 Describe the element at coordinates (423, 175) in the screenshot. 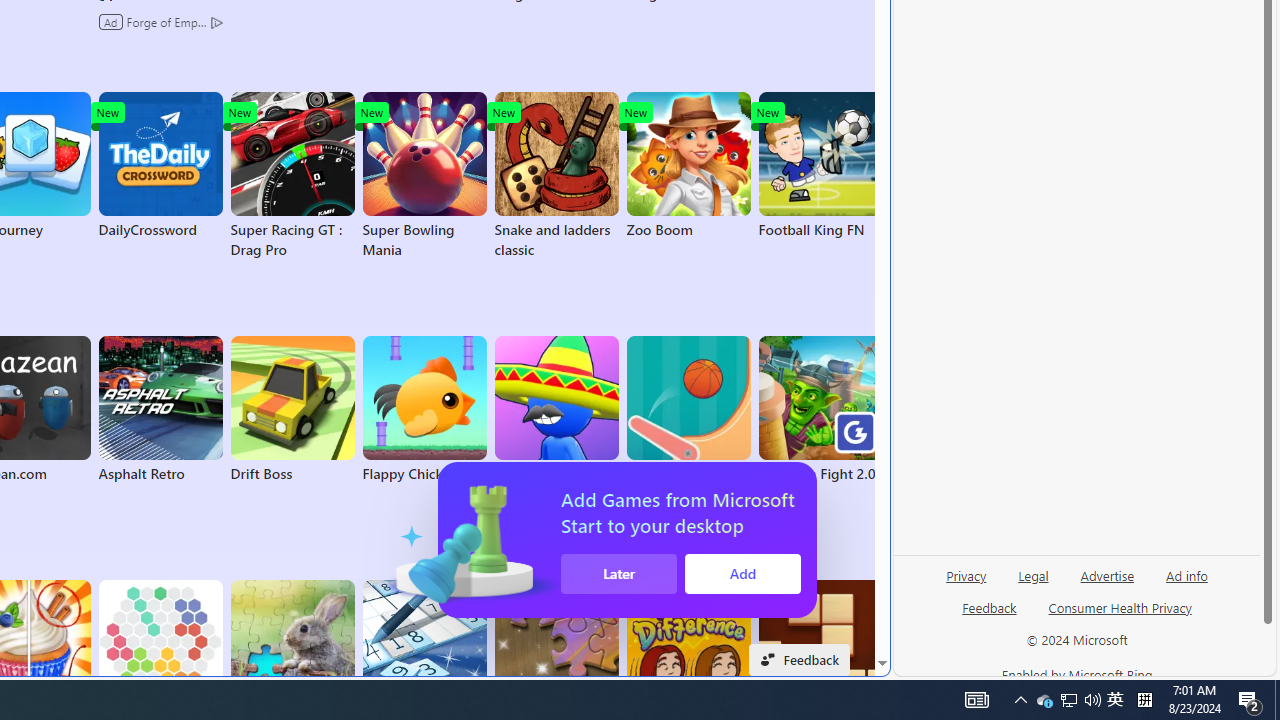

I see `'Super Bowling Mania'` at that location.